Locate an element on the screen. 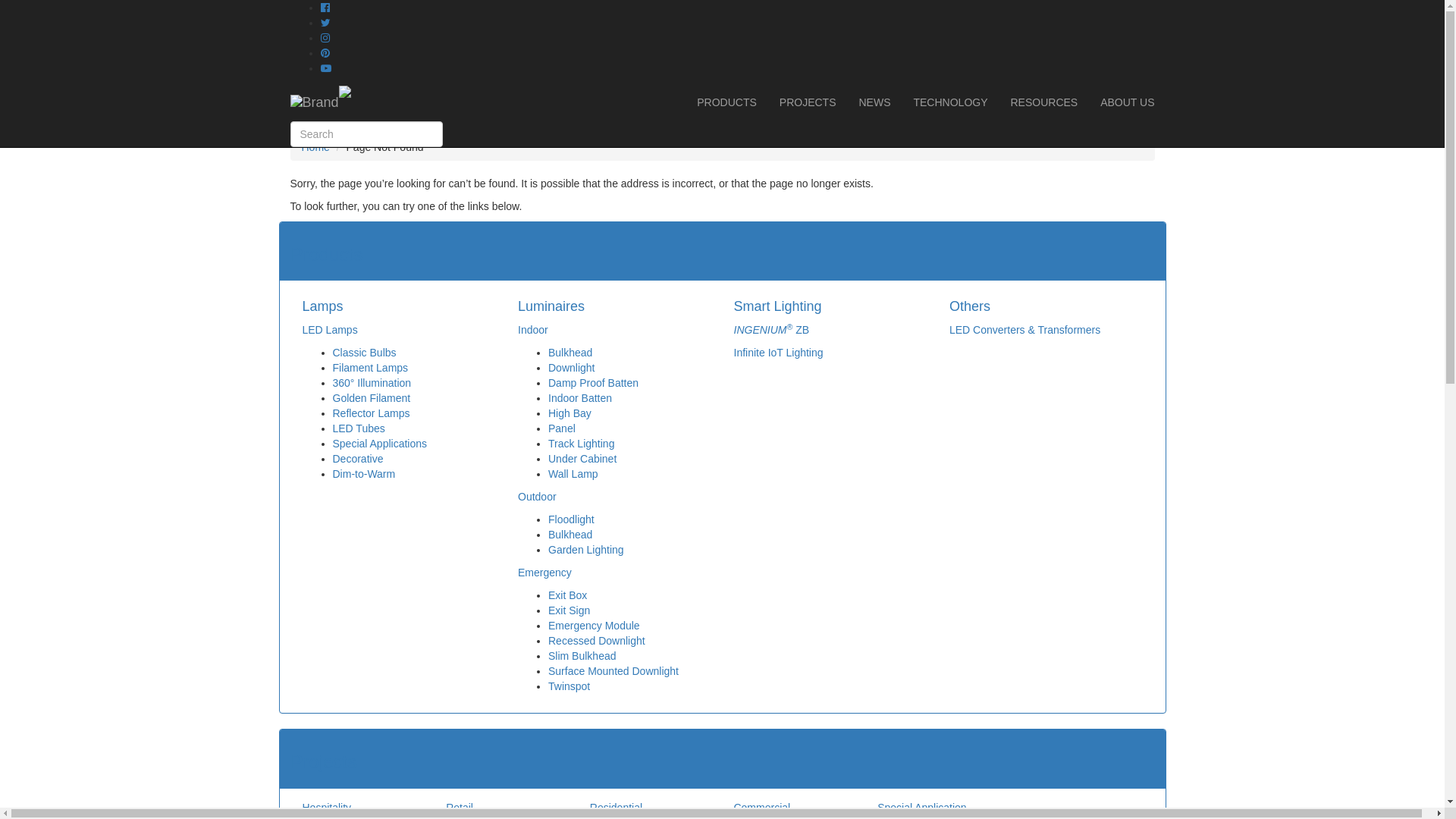 The height and width of the screenshot is (819, 1456). 'Infinite IoT Lighting' is located at coordinates (779, 353).